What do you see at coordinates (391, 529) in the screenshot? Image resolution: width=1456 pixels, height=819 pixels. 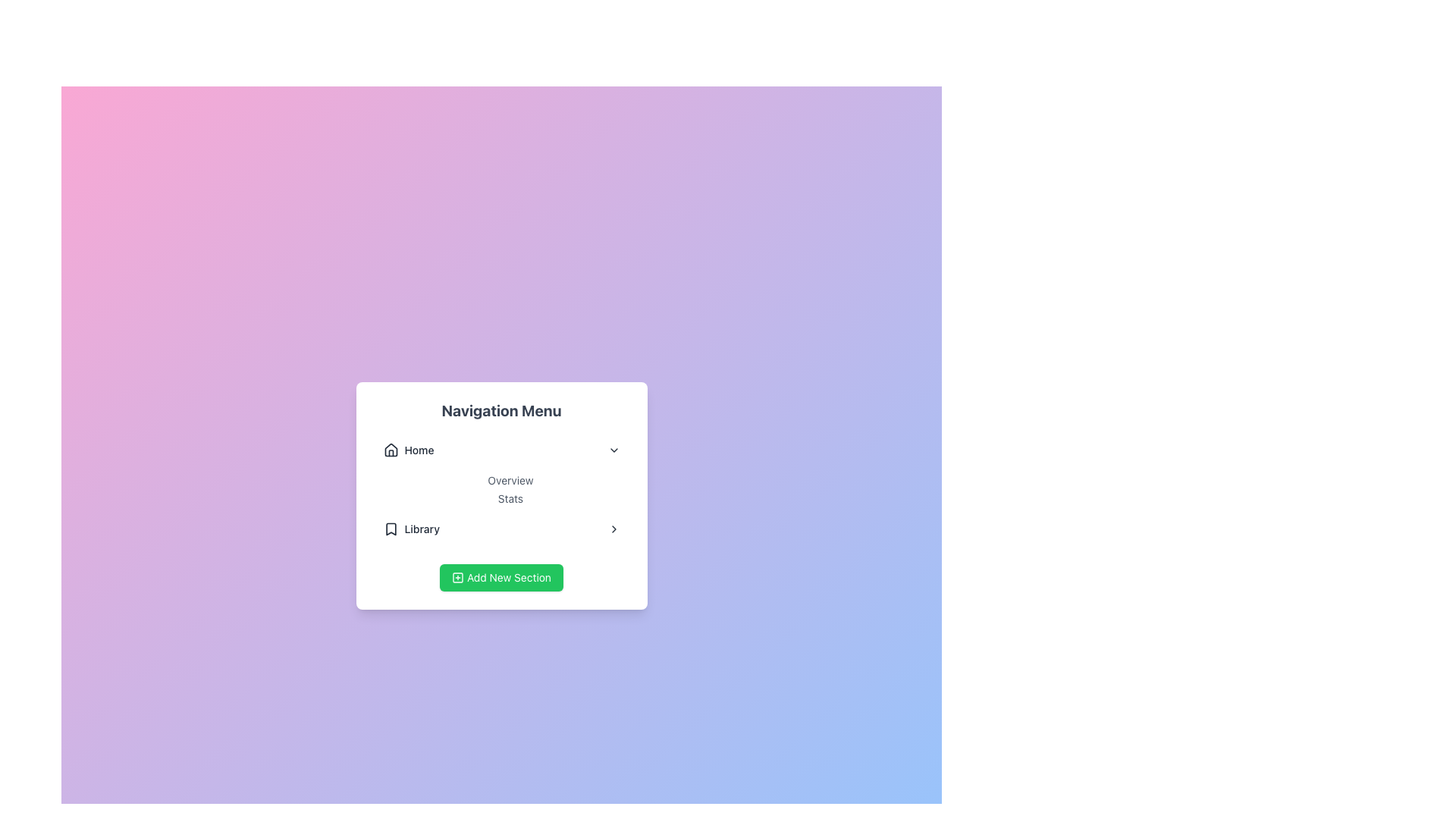 I see `the 'Library' icon located on the left side of the 'Library' menu item within the navigation menu to aid user navigation` at bounding box center [391, 529].